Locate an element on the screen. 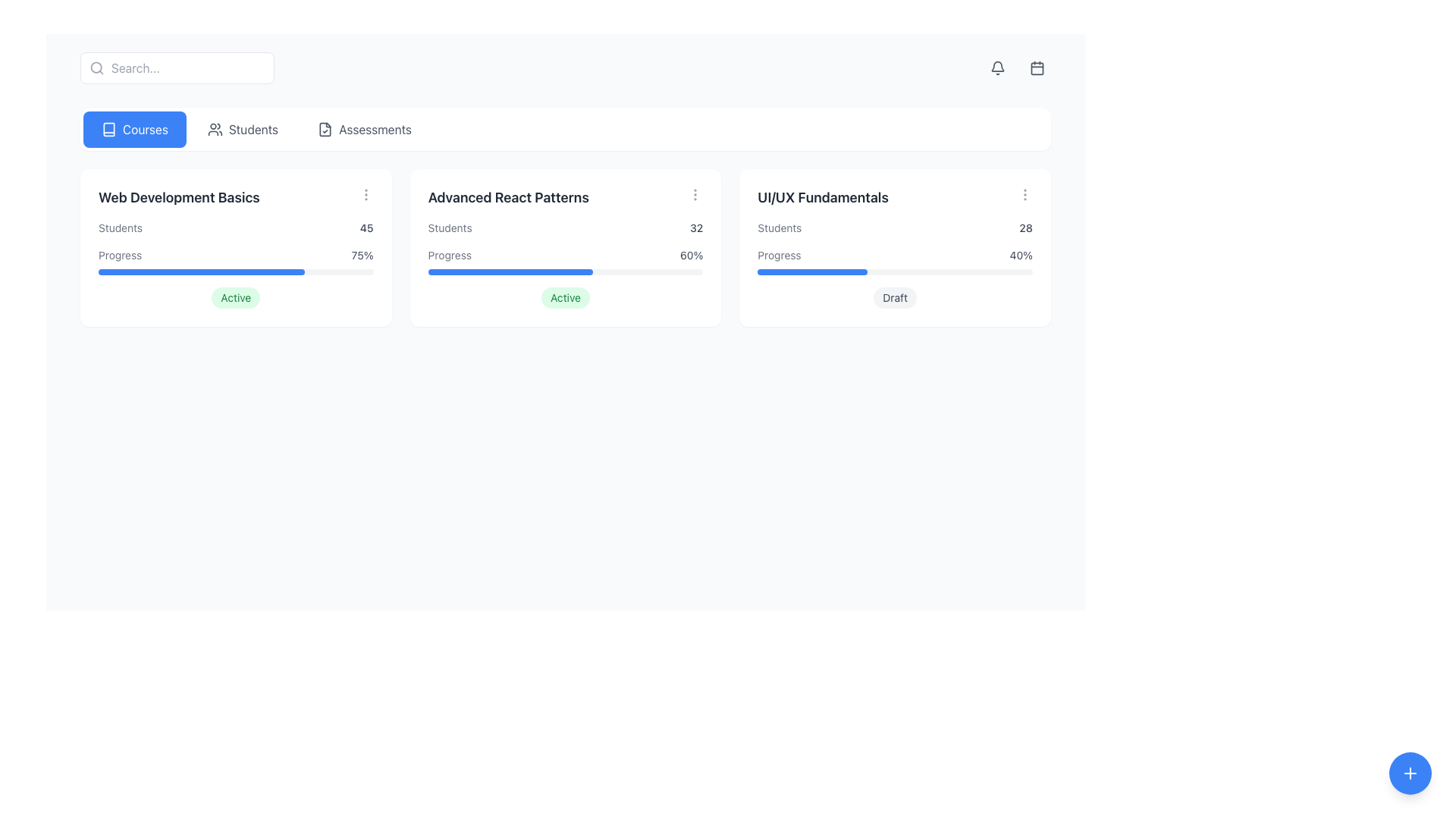 The height and width of the screenshot is (819, 1456). the 'Students' text label displayed in gray font at the top-left corner of the 'UI/UX Fundamentals' data card is located at coordinates (780, 227).